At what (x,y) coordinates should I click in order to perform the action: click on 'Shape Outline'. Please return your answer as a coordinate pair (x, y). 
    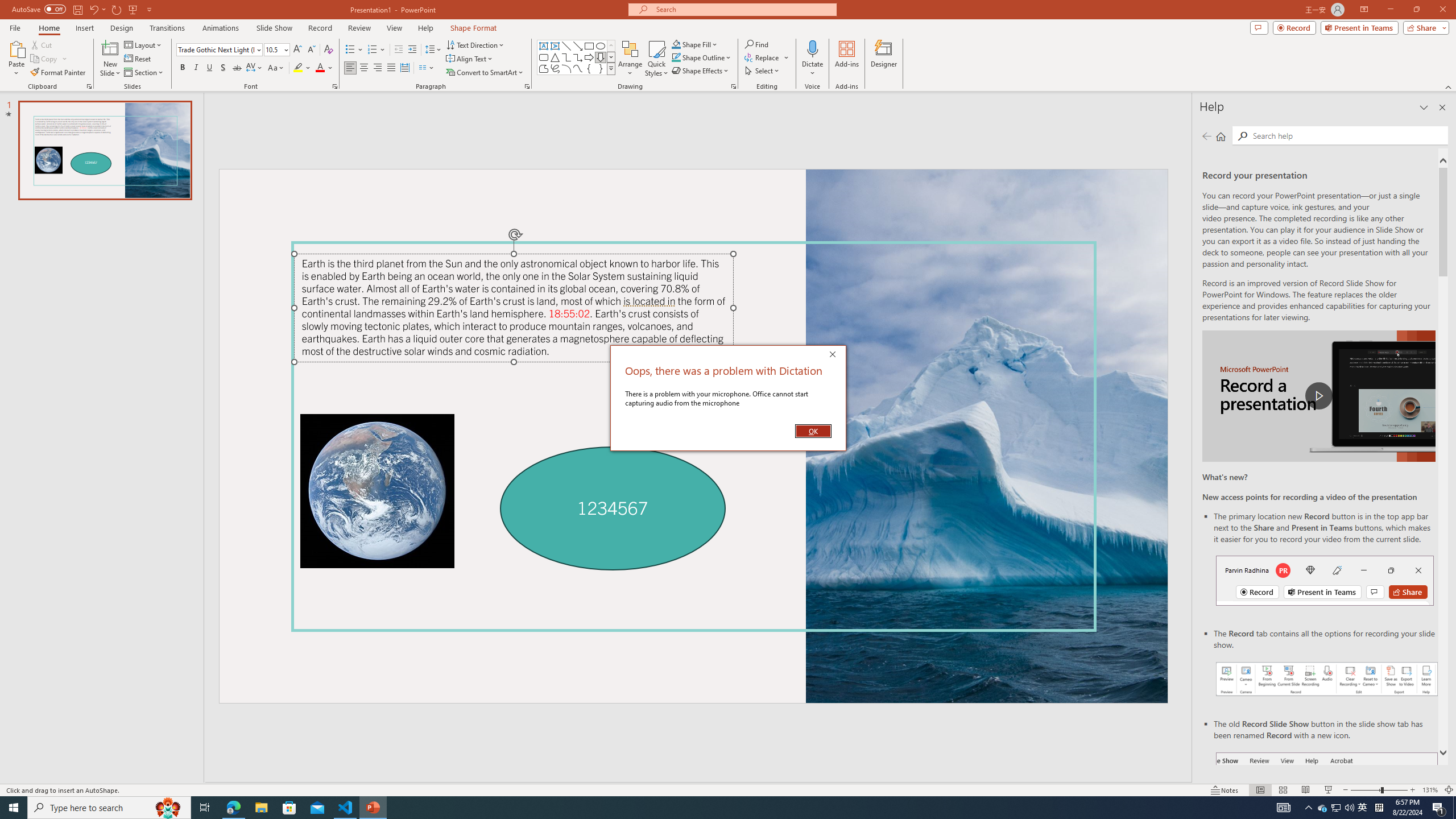
    Looking at the image, I should click on (701, 56).